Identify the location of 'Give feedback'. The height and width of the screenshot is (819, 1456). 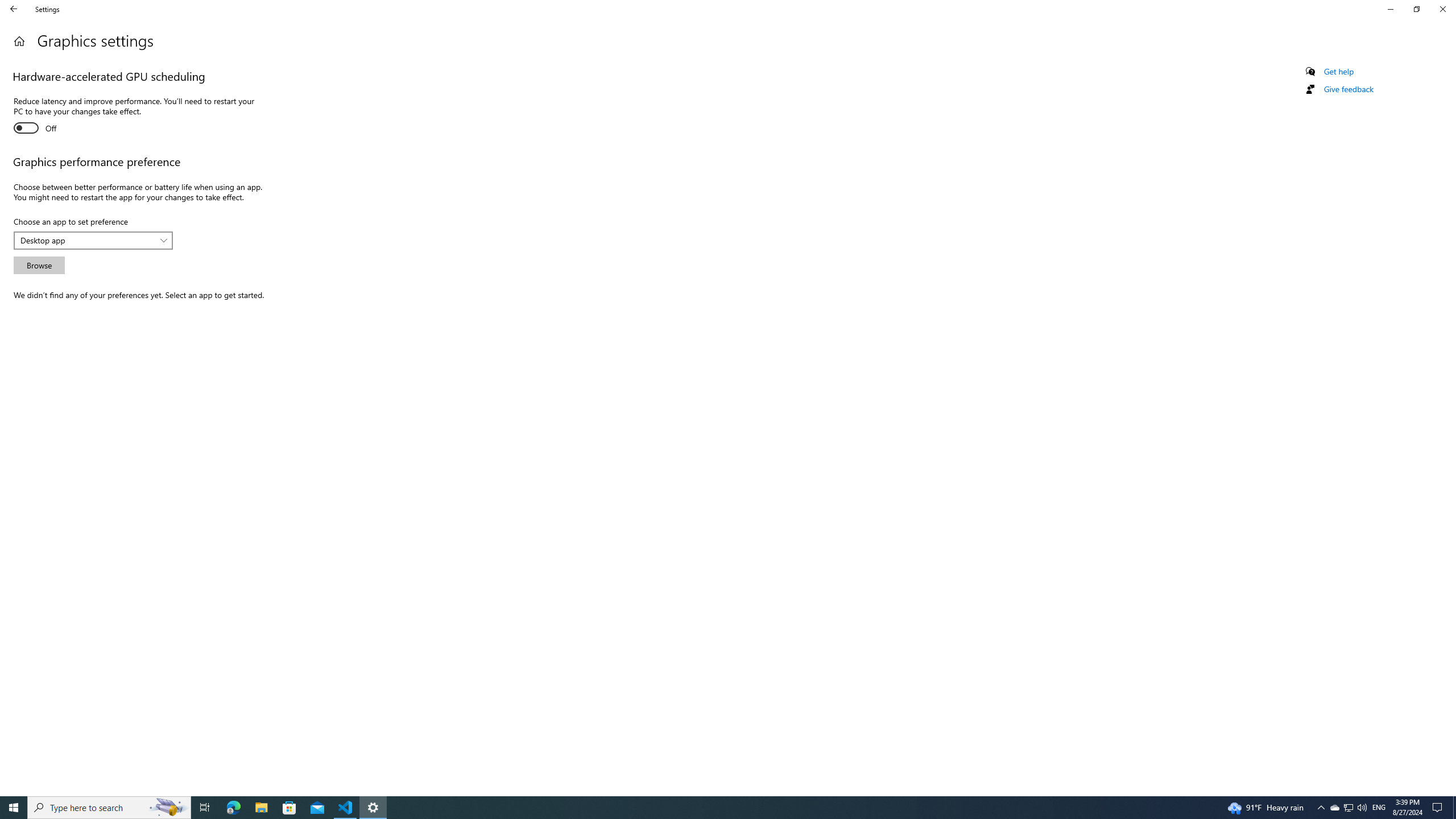
(1347, 89).